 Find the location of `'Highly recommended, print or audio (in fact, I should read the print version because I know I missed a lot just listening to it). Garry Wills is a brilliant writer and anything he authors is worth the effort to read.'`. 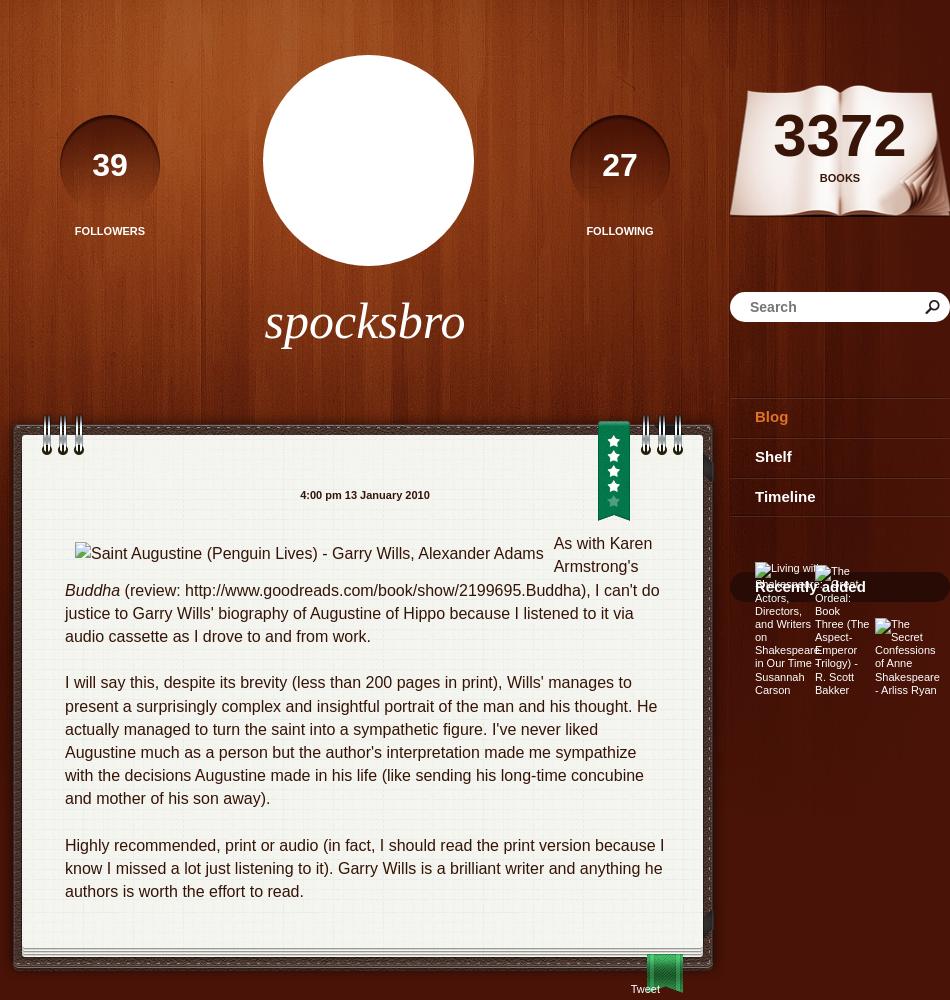

'Highly recommended, print or audio (in fact, I should read the print version because I know I missed a lot just listening to it). Garry Wills is a brilliant writer and anything he authors is worth the effort to read.' is located at coordinates (363, 867).